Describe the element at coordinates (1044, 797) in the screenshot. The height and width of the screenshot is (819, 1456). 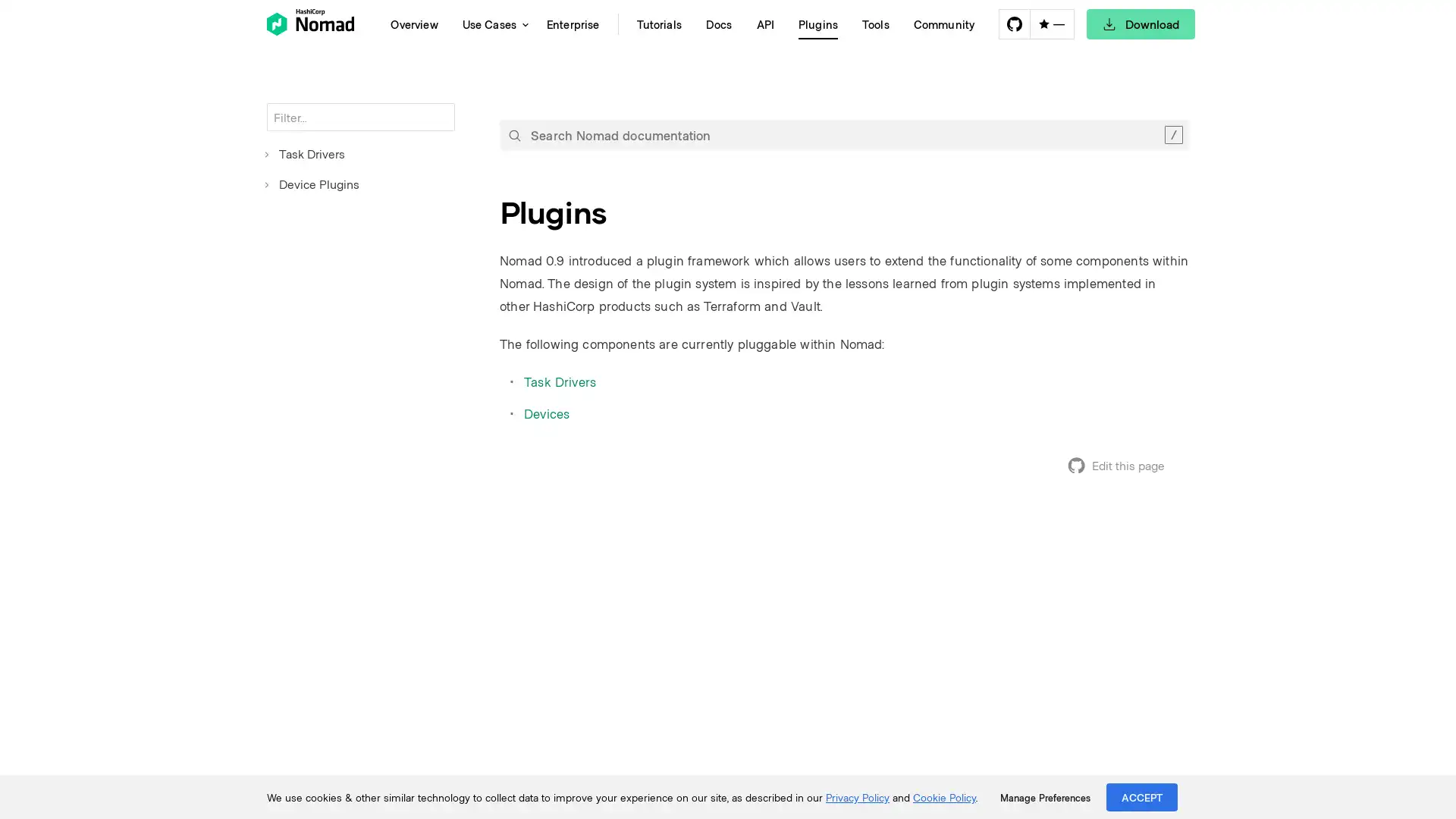
I see `Manage Preferences` at that location.